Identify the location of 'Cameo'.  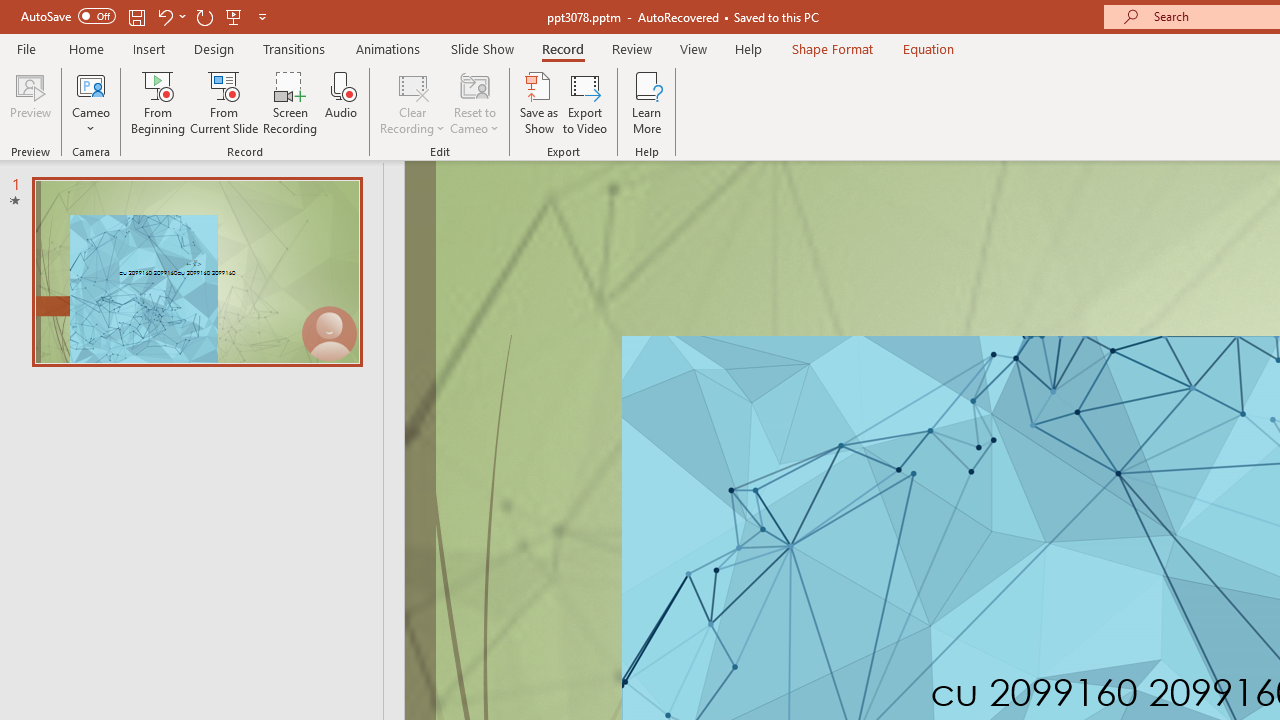
(90, 103).